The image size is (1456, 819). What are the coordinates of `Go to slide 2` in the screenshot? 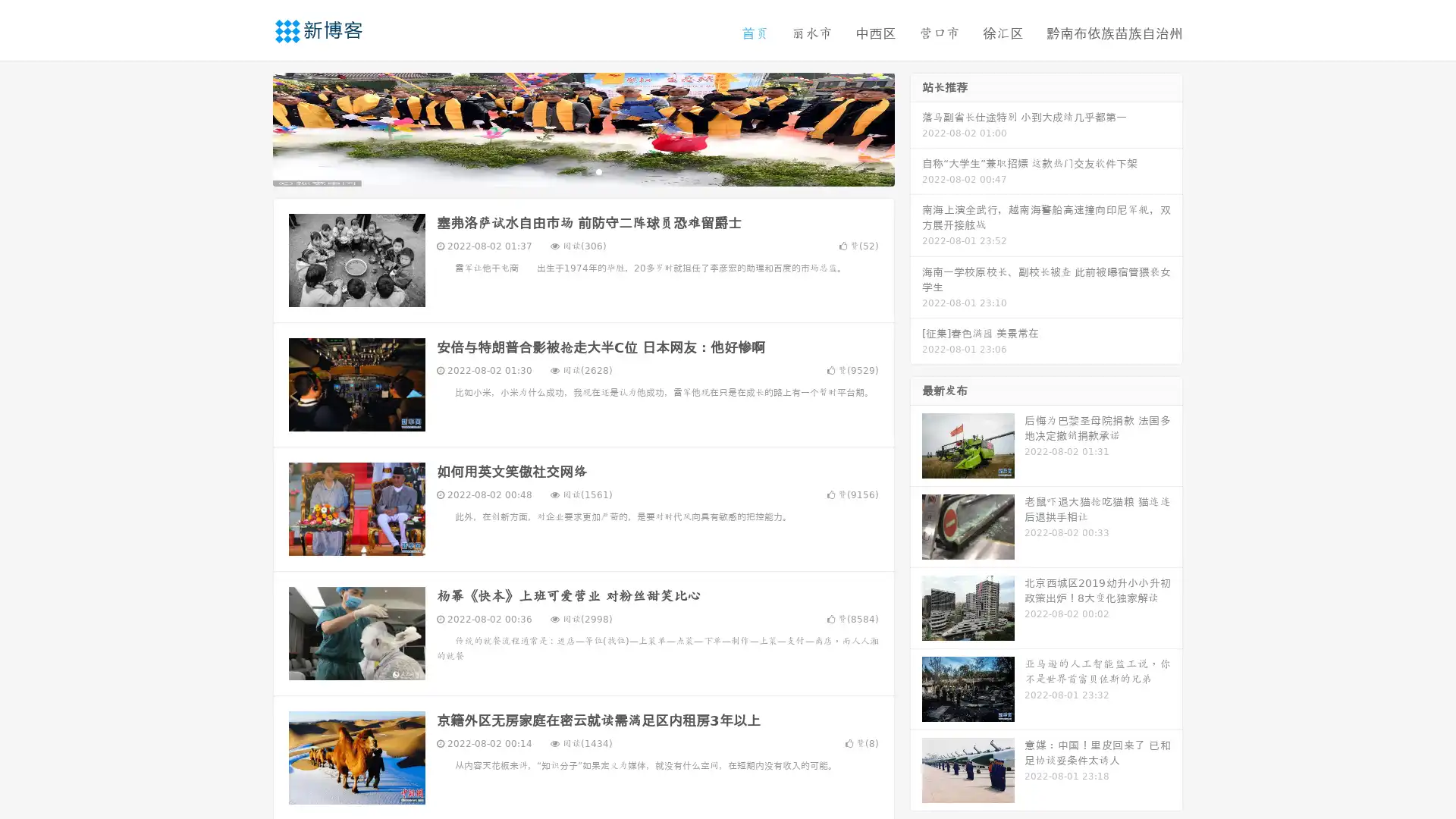 It's located at (582, 171).